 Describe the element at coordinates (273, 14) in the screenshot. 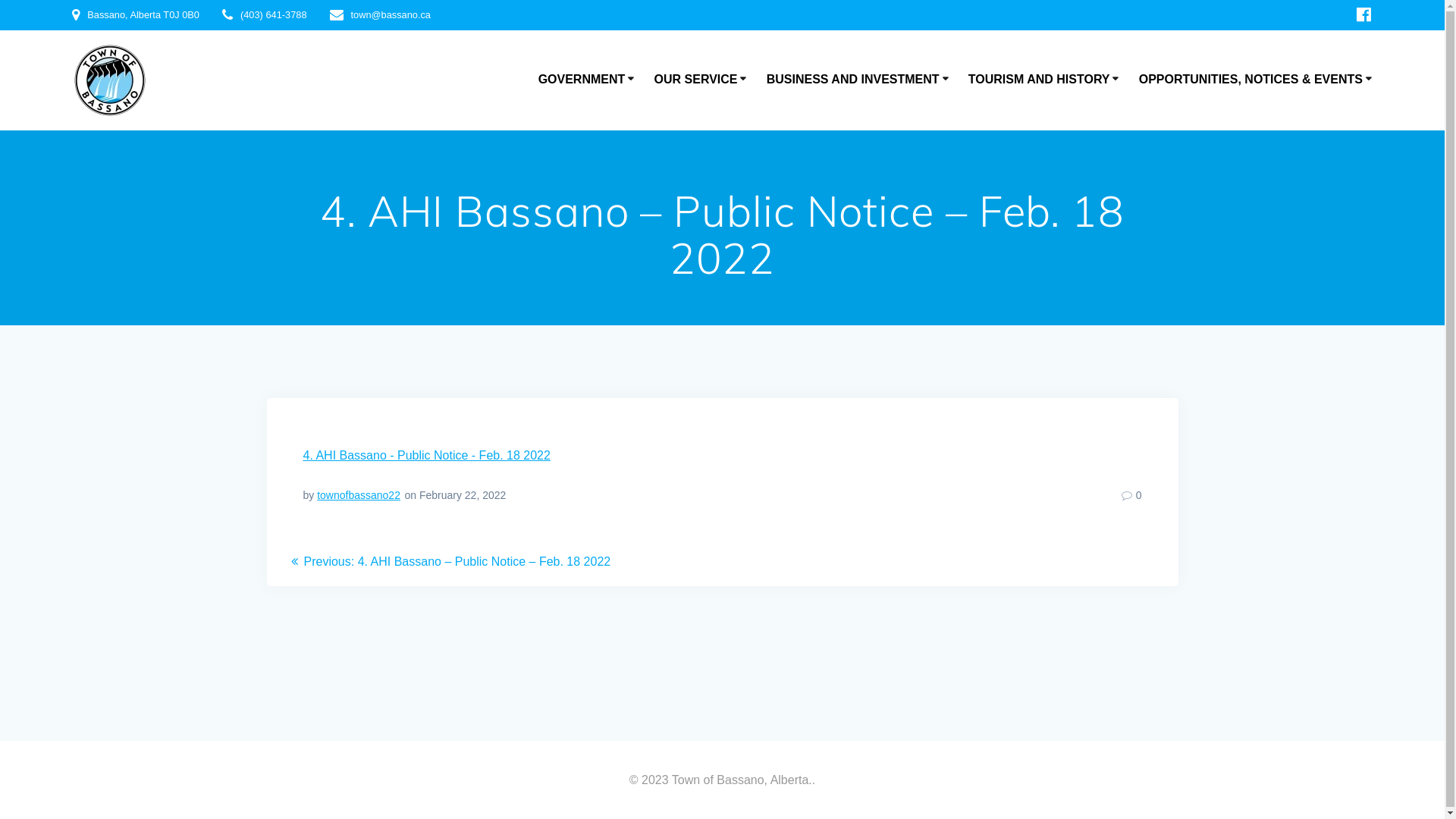

I see `'(403) 641-3788'` at that location.